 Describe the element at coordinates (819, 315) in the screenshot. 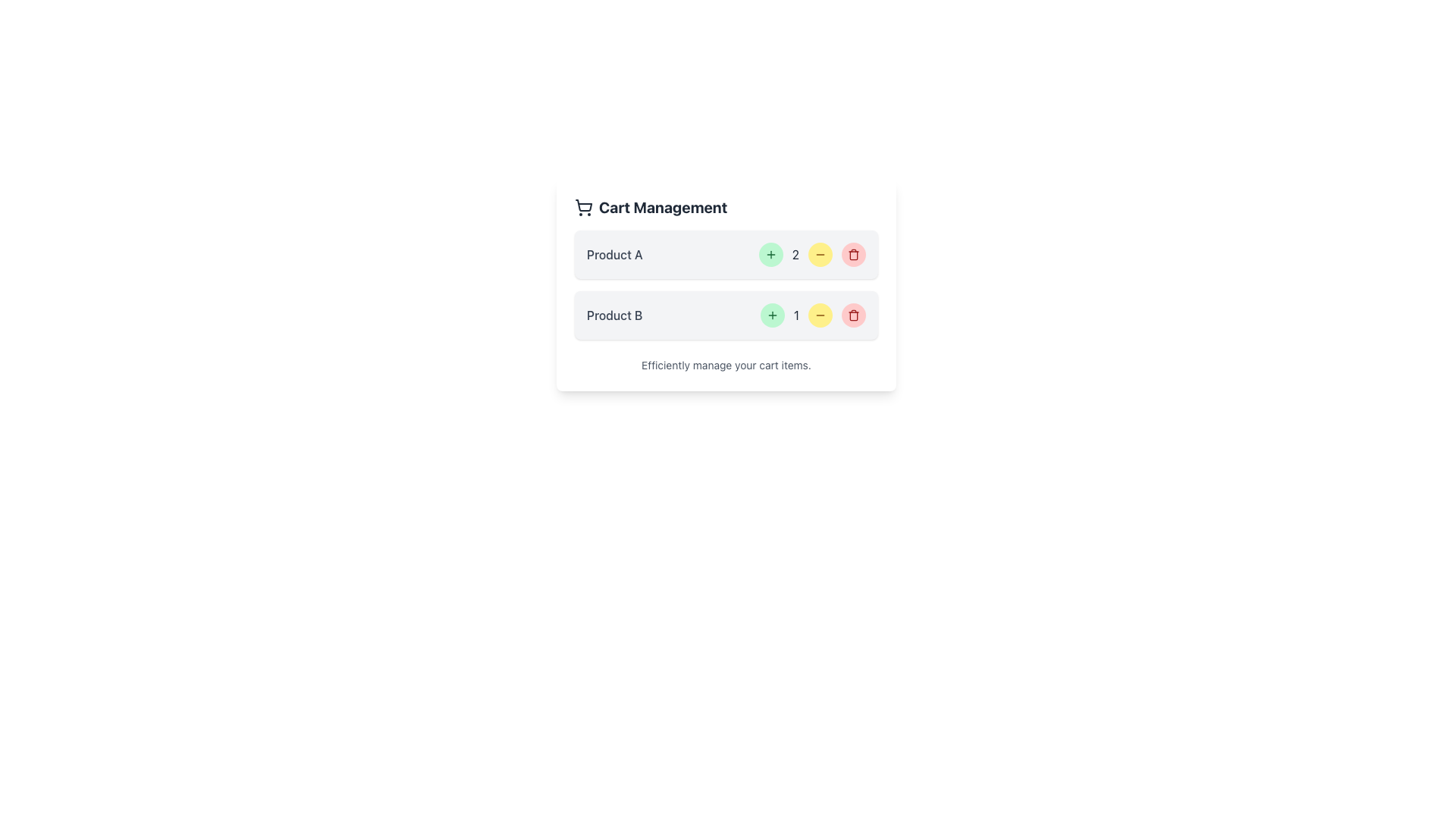

I see `the circular yellow button with a minus symbol located on the right side of the 'Product B' row to decrease the quantity of the product` at that location.